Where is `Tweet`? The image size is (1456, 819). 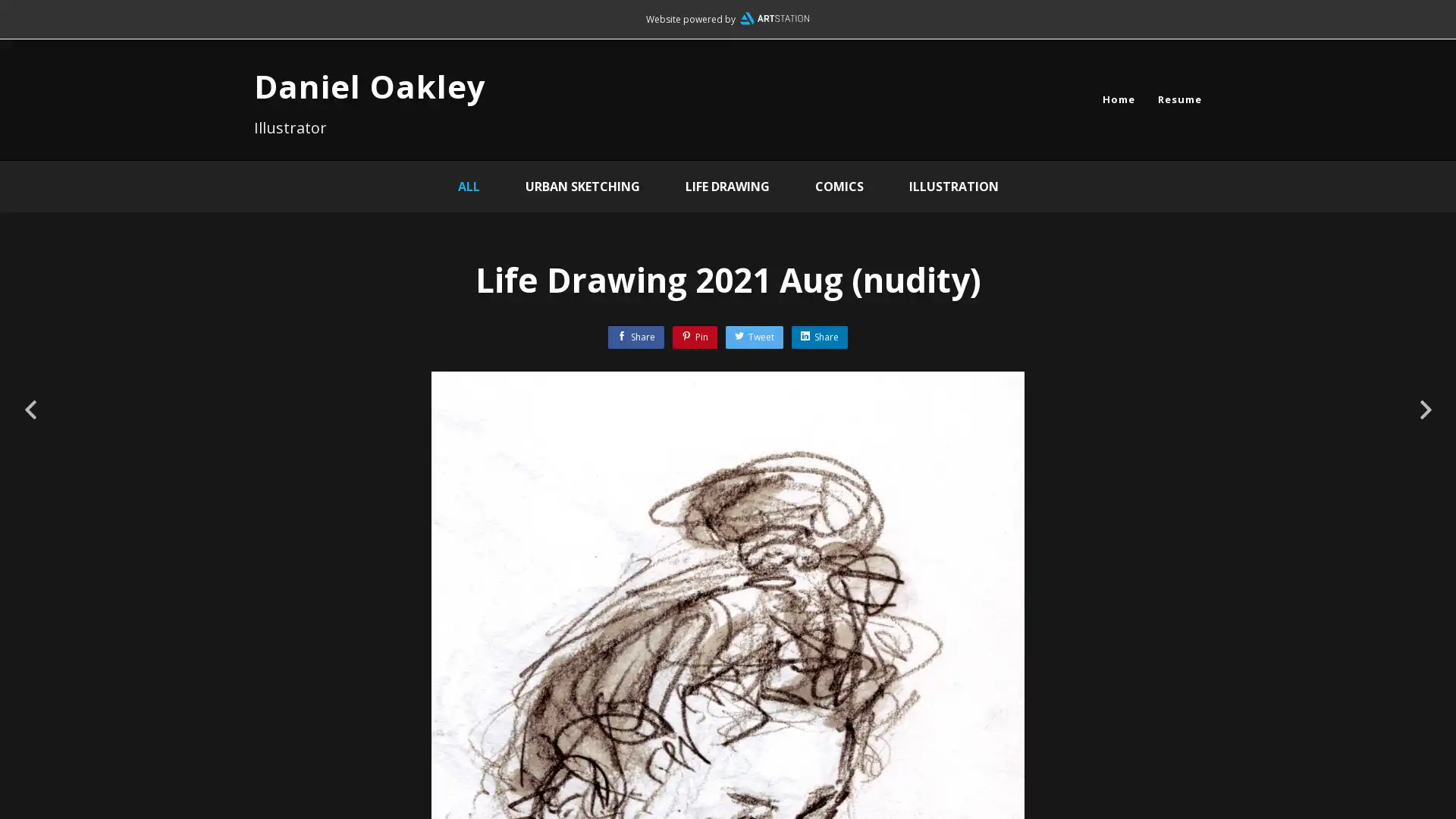 Tweet is located at coordinates (754, 336).